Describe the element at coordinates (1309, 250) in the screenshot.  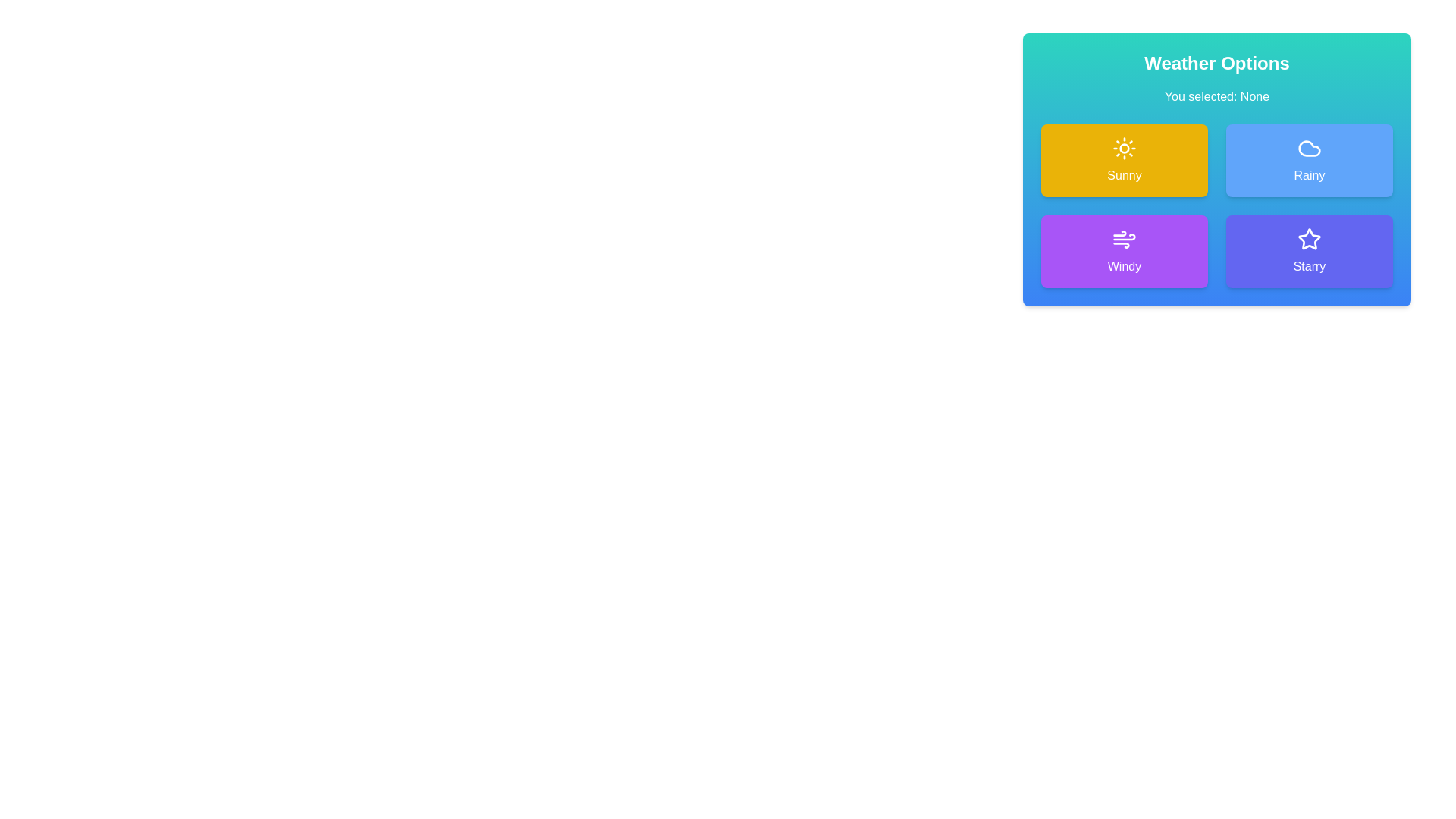
I see `the 'Starry' weather option button, which is the fourth button in a grid of four weather options (Sunny, Rainy, Windy, Starry) located in the second row and second column, to observe any hover effects` at that location.